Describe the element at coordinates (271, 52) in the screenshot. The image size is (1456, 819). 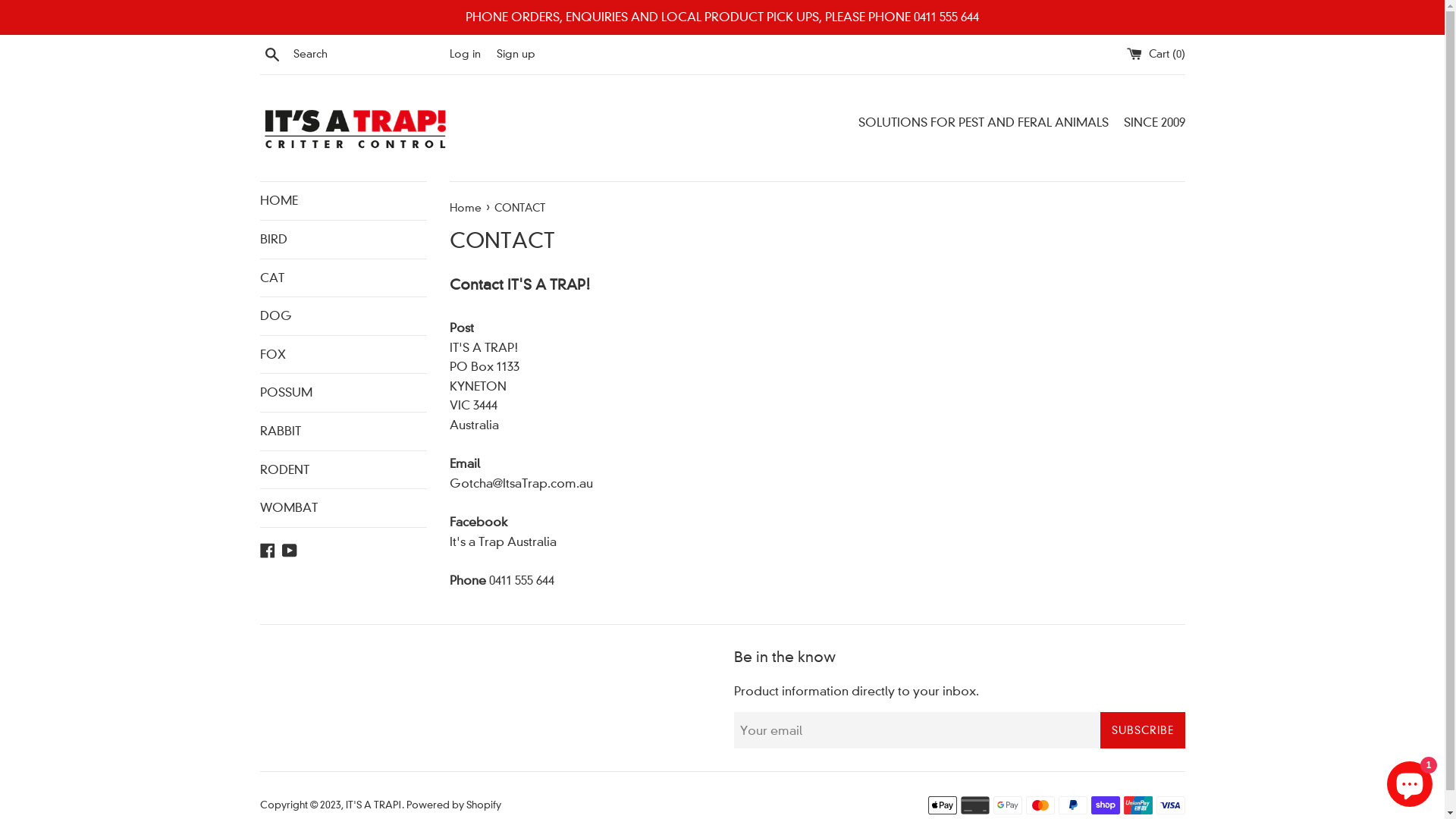
I see `'Search'` at that location.